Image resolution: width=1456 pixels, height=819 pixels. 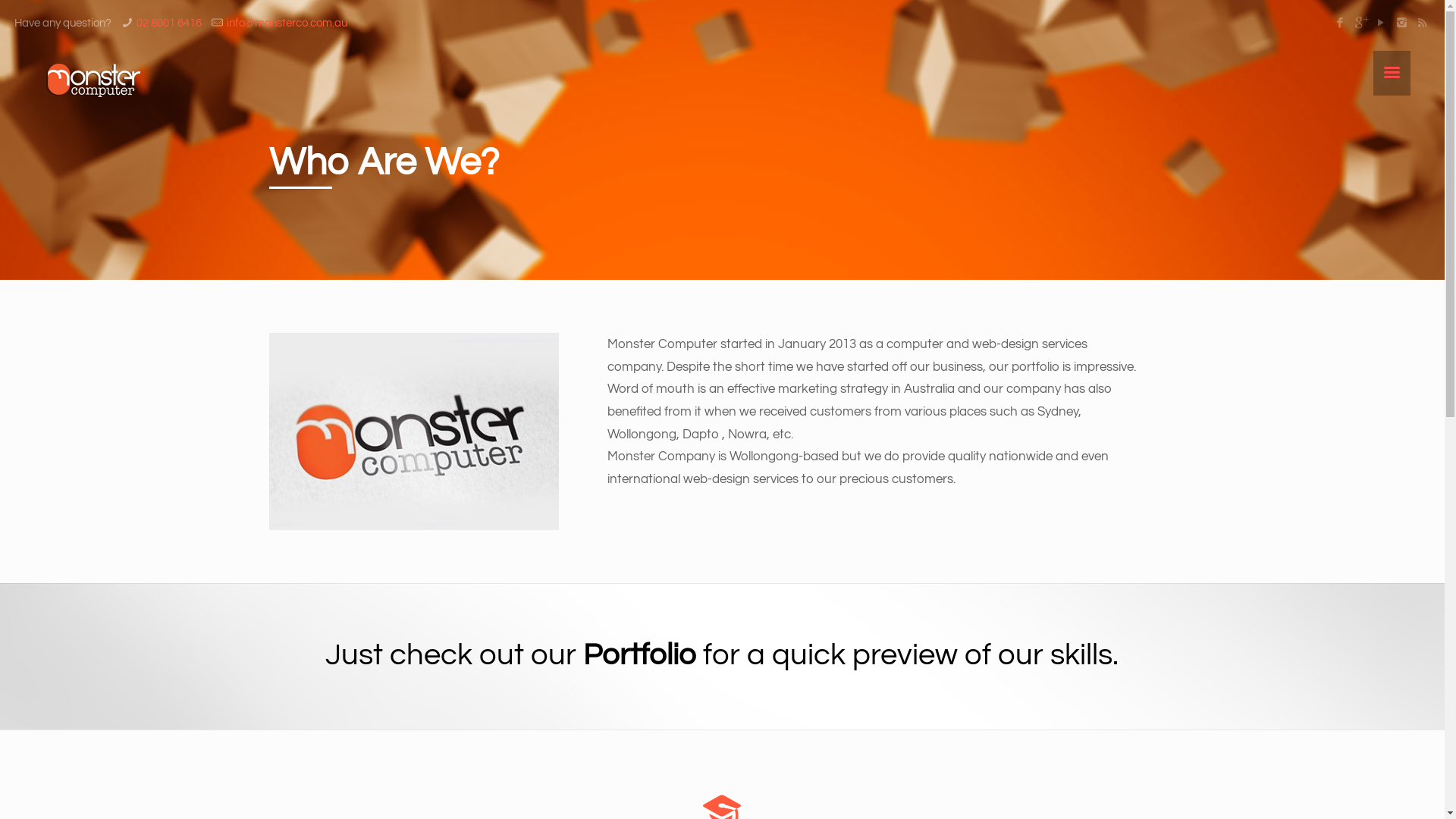 I want to click on 'Google+', so click(x=1360, y=23).